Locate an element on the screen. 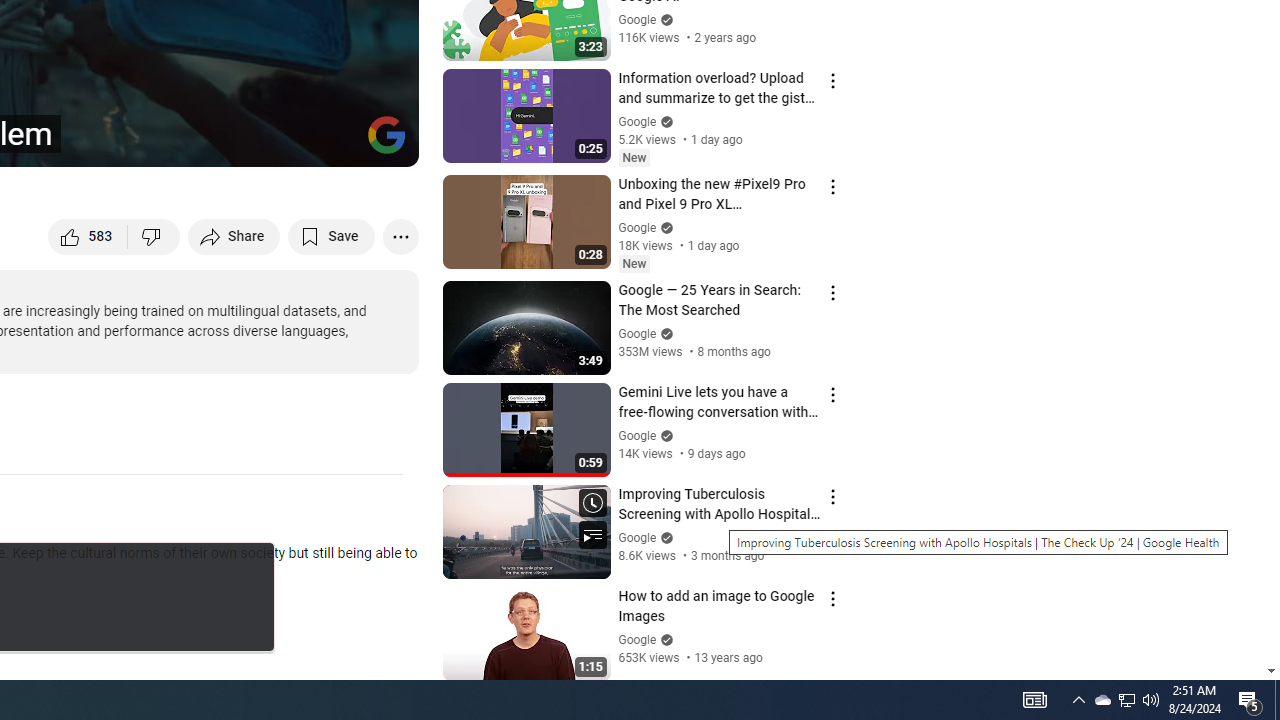 The height and width of the screenshot is (720, 1280). 'Save to playlist' is located at coordinates (331, 235).